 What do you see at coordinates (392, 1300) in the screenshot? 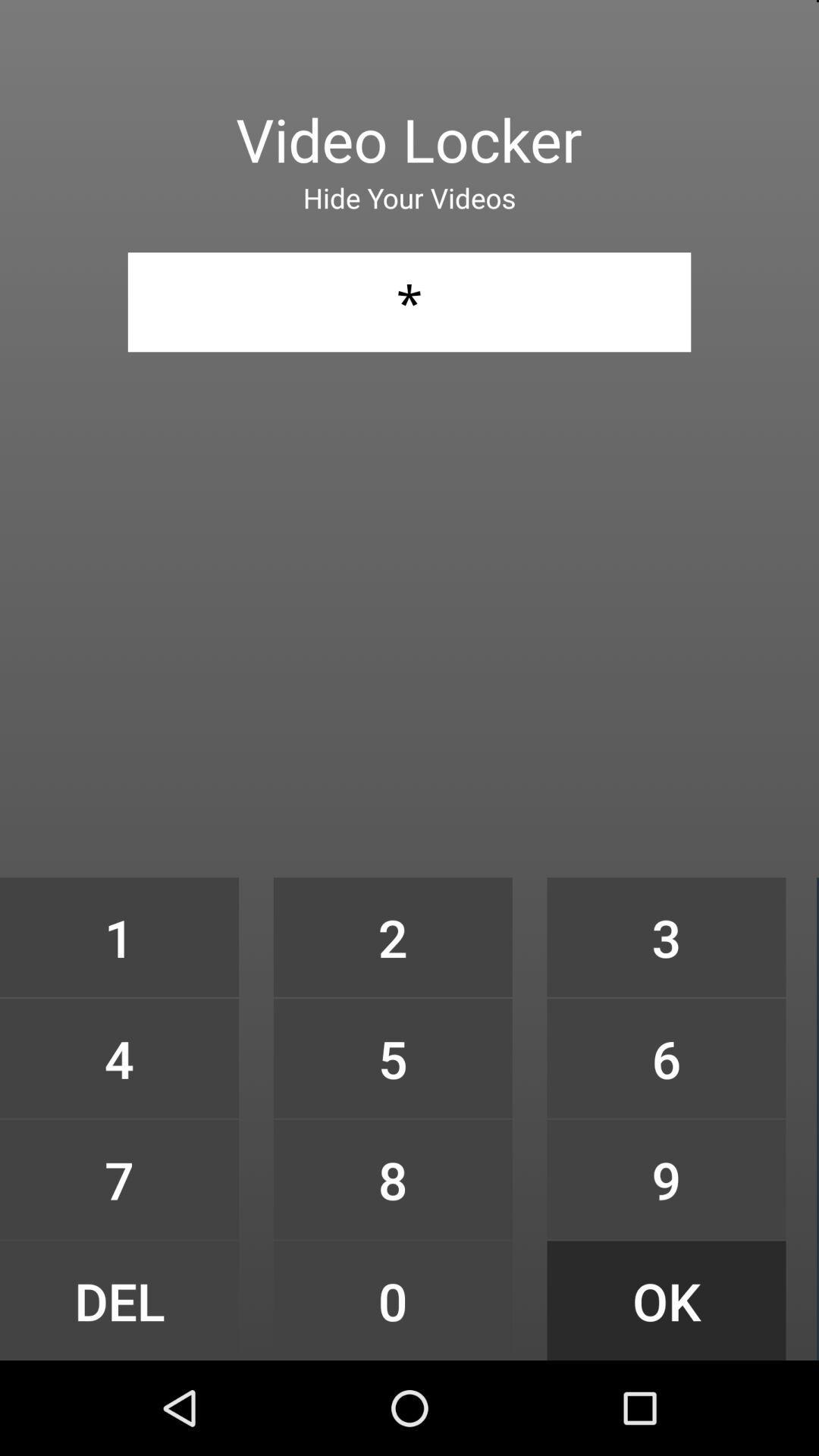
I see `item to the left of the 9 item` at bounding box center [392, 1300].